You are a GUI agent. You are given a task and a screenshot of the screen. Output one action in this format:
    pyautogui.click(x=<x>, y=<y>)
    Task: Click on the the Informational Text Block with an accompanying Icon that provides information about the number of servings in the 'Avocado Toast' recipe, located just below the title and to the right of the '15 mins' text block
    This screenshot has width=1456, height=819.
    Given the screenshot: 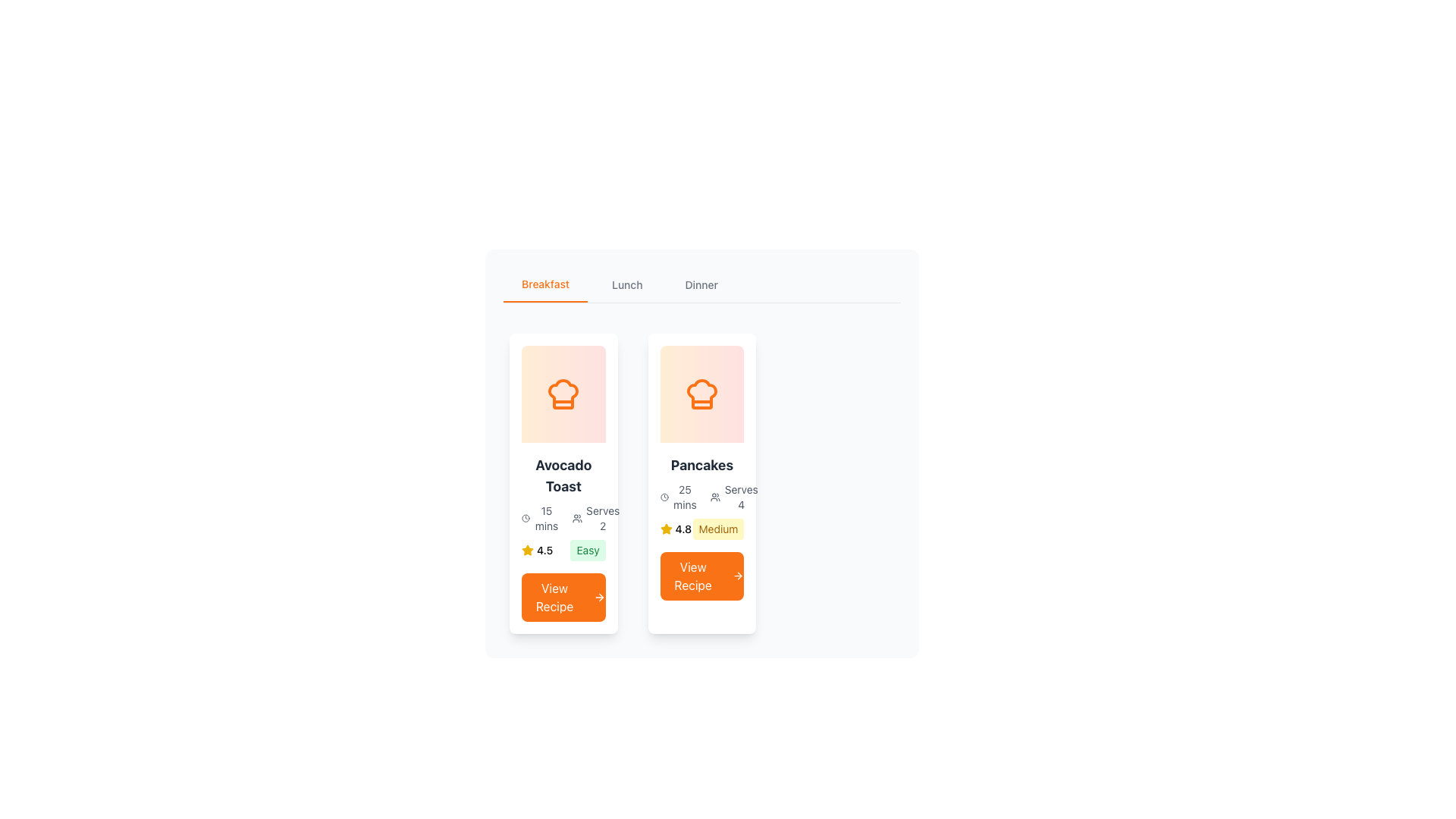 What is the action you would take?
    pyautogui.click(x=595, y=517)
    